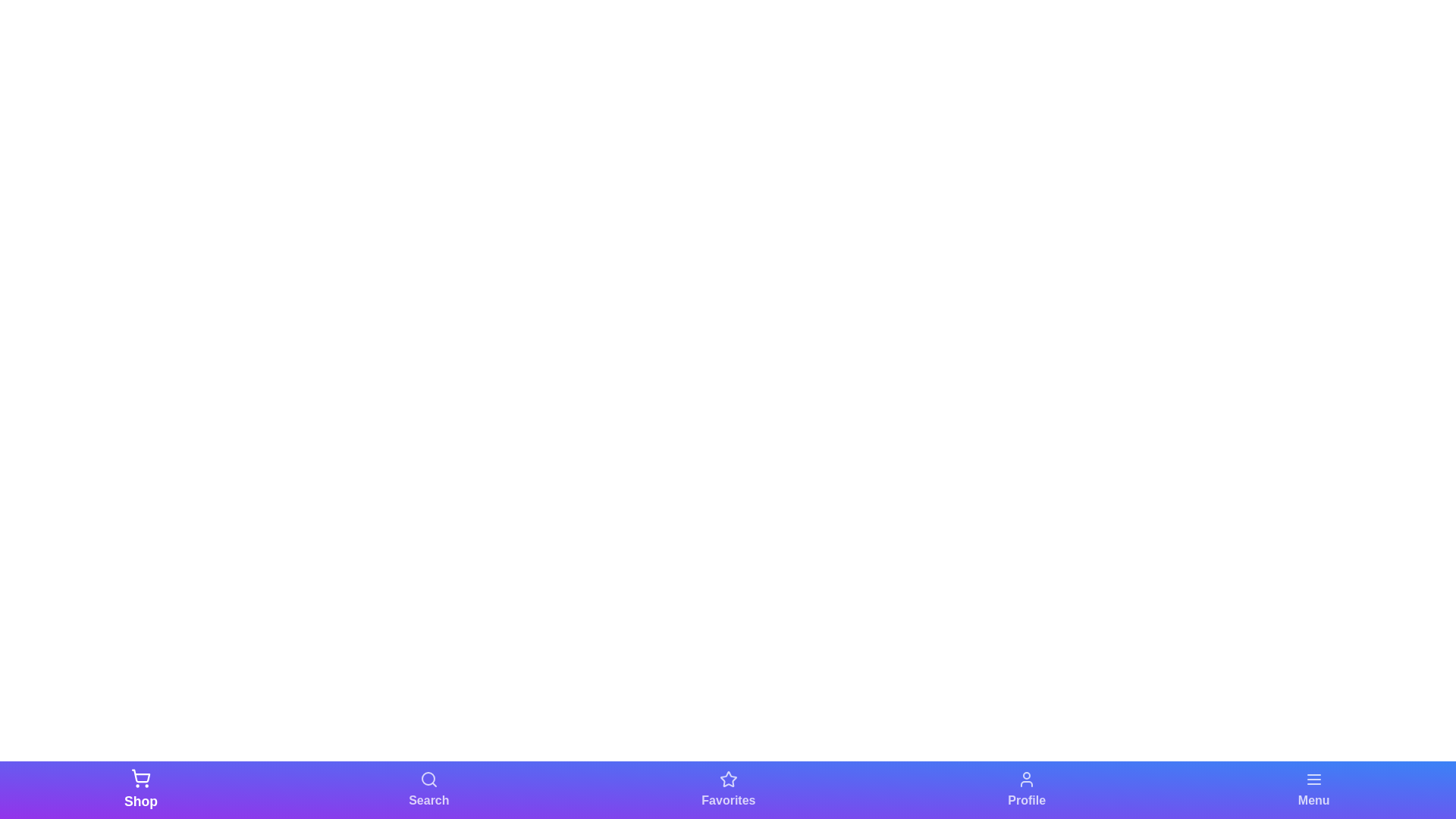  Describe the element at coordinates (428, 789) in the screenshot. I see `the navigation bar element labeled Search` at that location.